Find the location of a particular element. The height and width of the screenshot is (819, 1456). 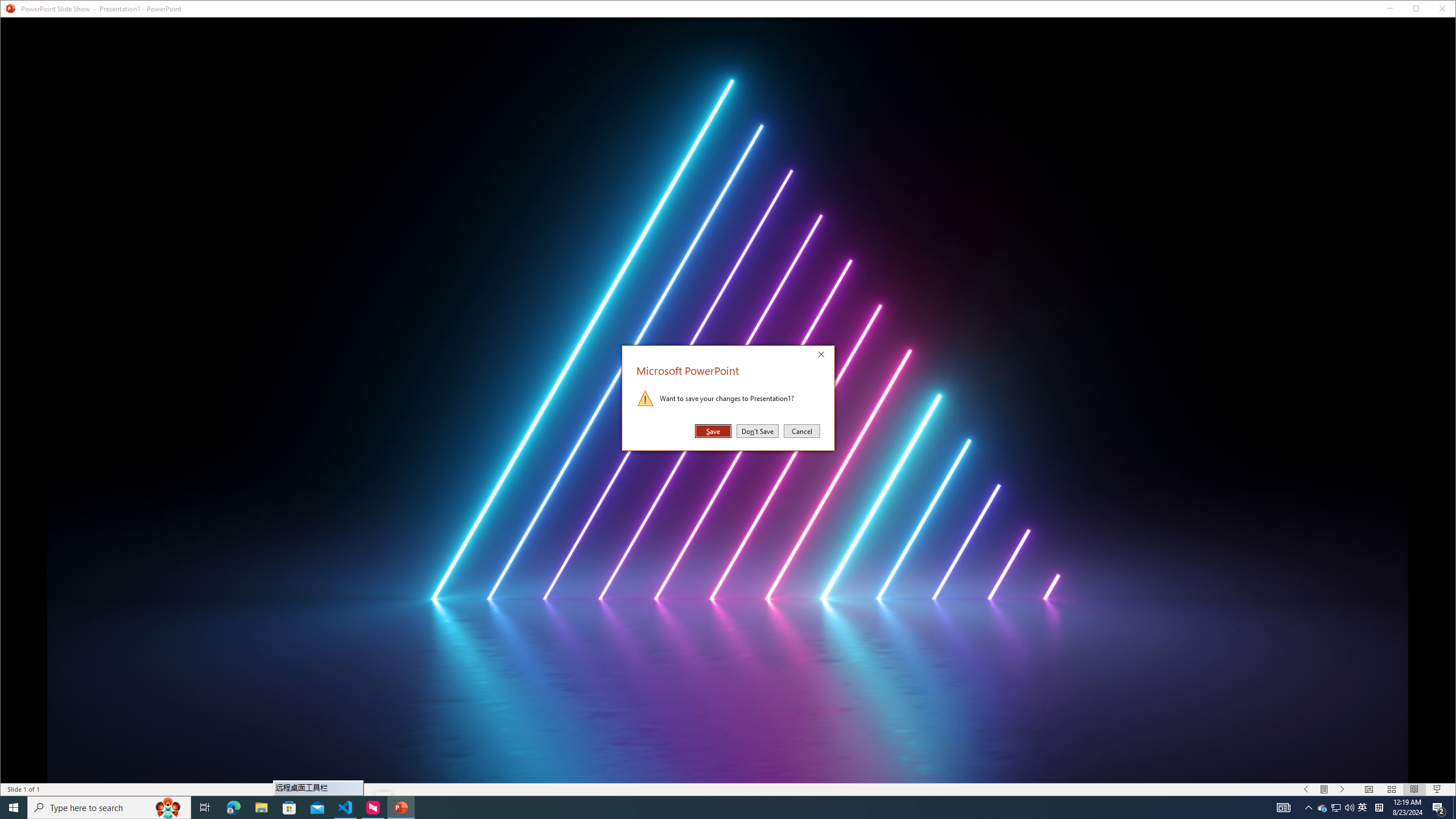

'Microsoft Store' is located at coordinates (289, 806).